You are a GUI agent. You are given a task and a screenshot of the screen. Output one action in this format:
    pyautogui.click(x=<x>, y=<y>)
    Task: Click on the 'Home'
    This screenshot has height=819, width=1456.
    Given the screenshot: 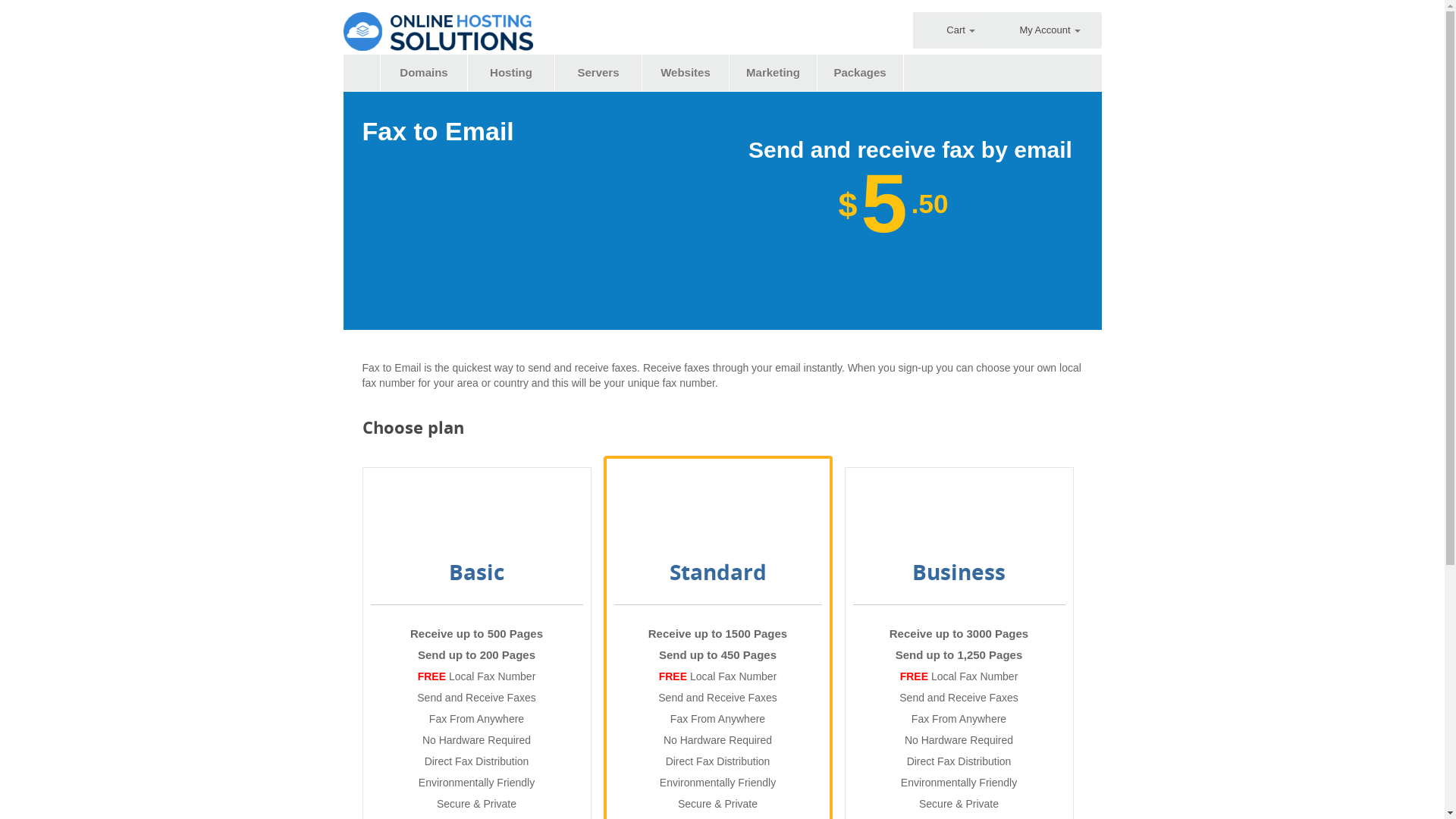 What is the action you would take?
    pyautogui.click(x=360, y=73)
    